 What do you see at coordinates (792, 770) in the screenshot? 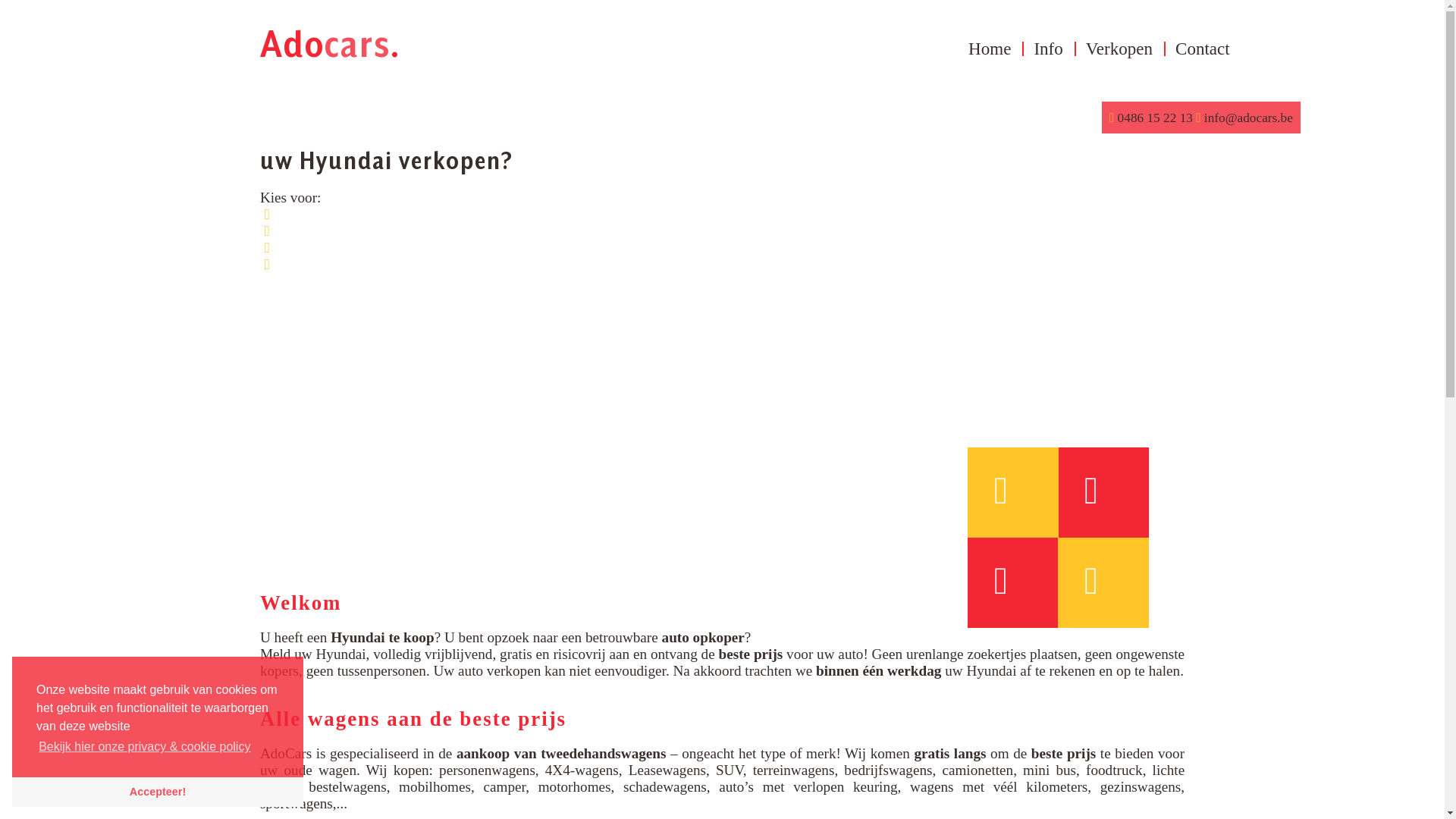
I see `'terreinwagens'` at bounding box center [792, 770].